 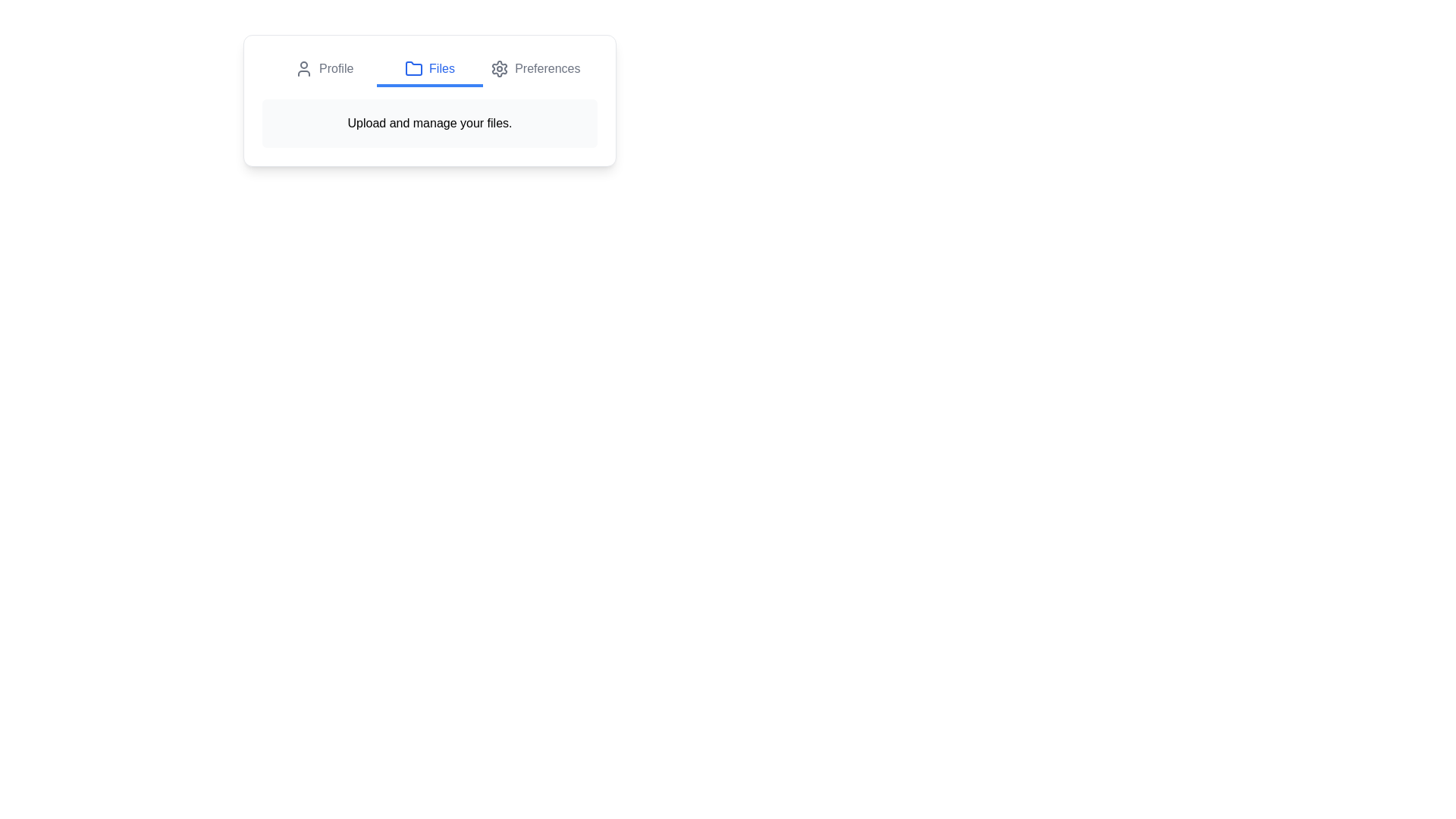 What do you see at coordinates (323, 70) in the screenshot?
I see `the Profile tab to view its content` at bounding box center [323, 70].